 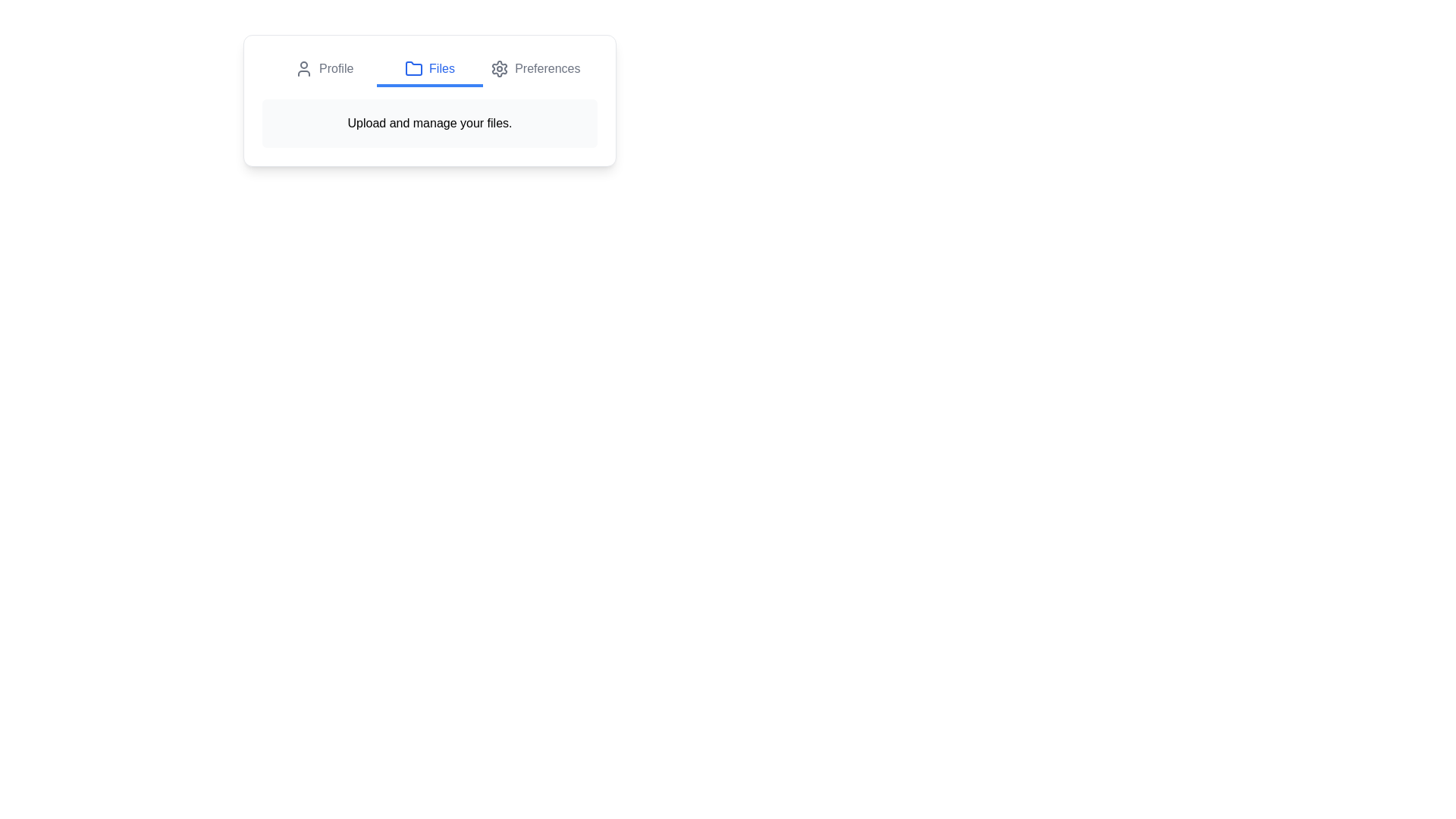 What do you see at coordinates (323, 70) in the screenshot?
I see `the Profile tab to view its content` at bounding box center [323, 70].